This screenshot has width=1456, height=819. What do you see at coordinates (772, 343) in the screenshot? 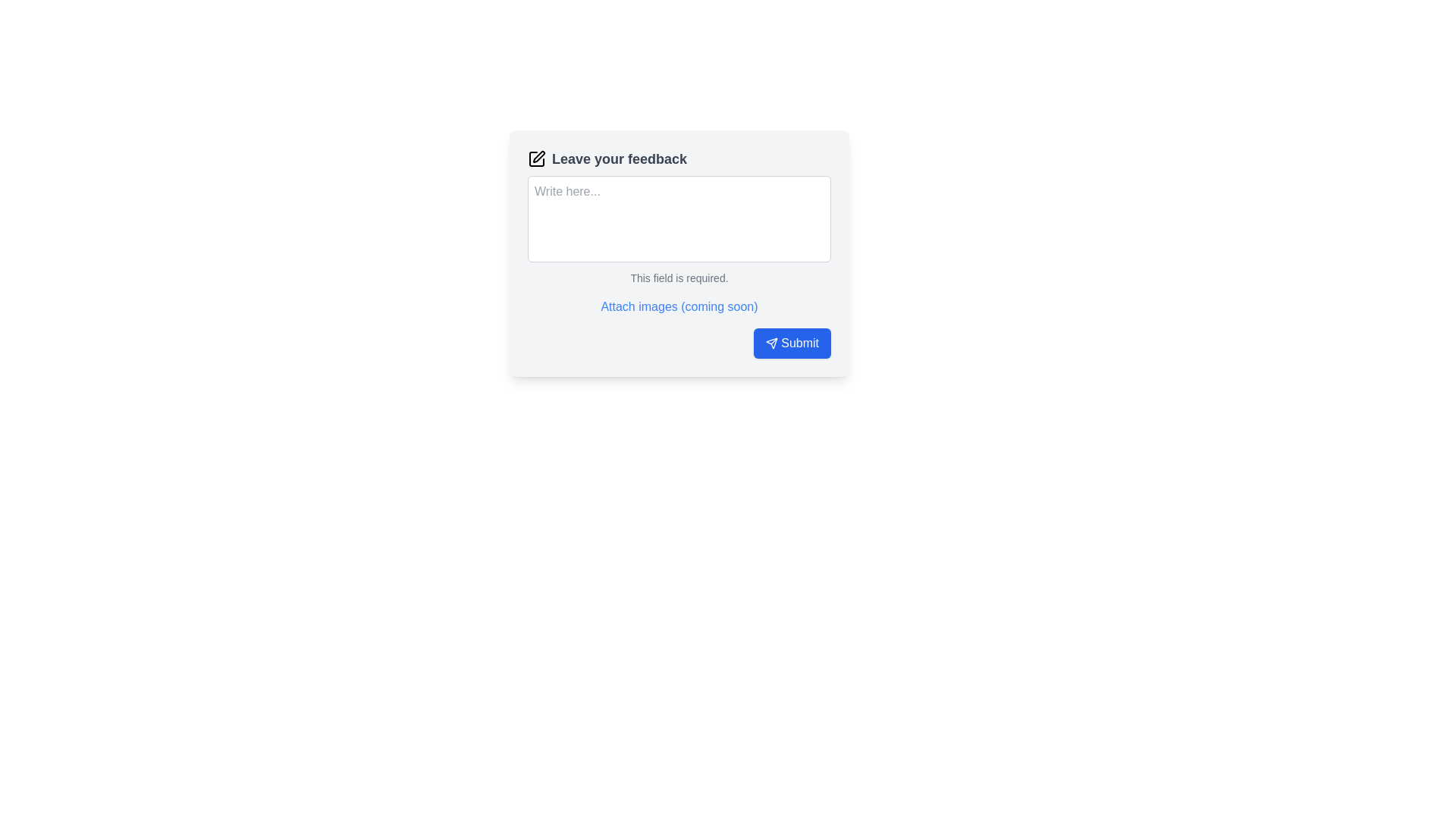
I see `the SVG icon representing a send action, which is a small paper airplane icon located to the left of the 'Submit' label in the lower-right part of the feedback form` at bounding box center [772, 343].